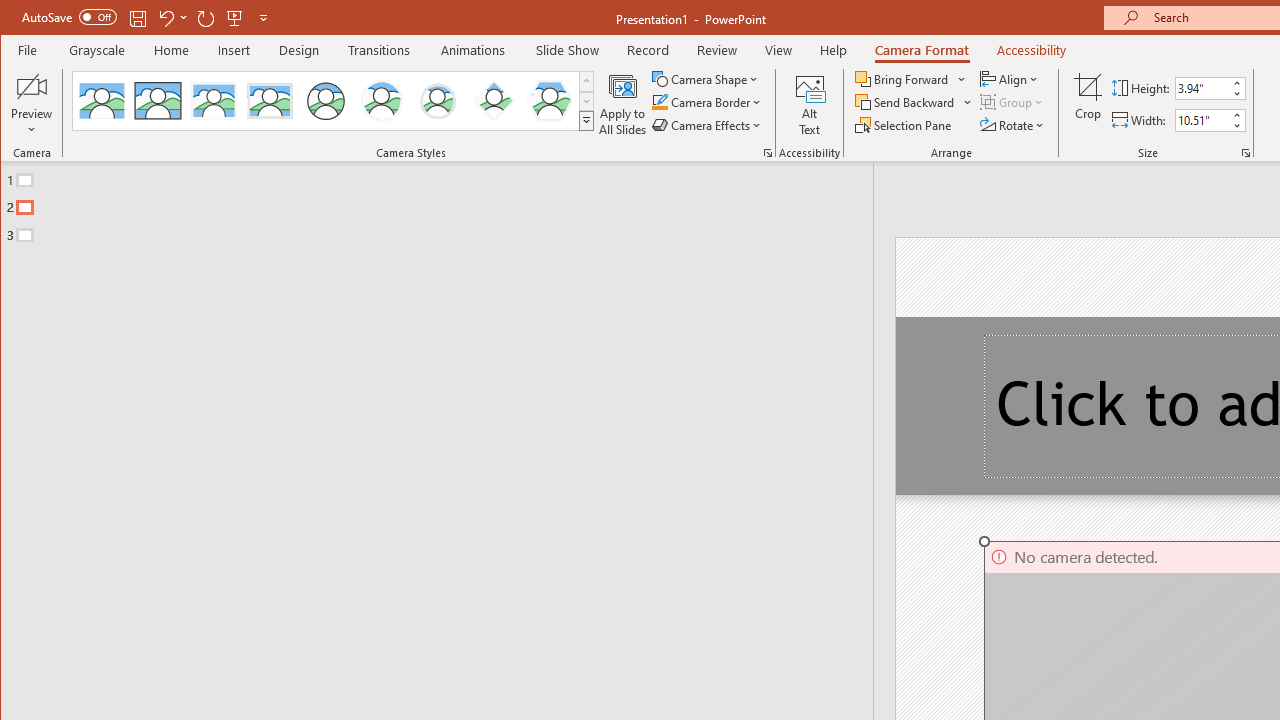 The image size is (1280, 720). Describe the element at coordinates (1013, 125) in the screenshot. I see `'Rotate'` at that location.